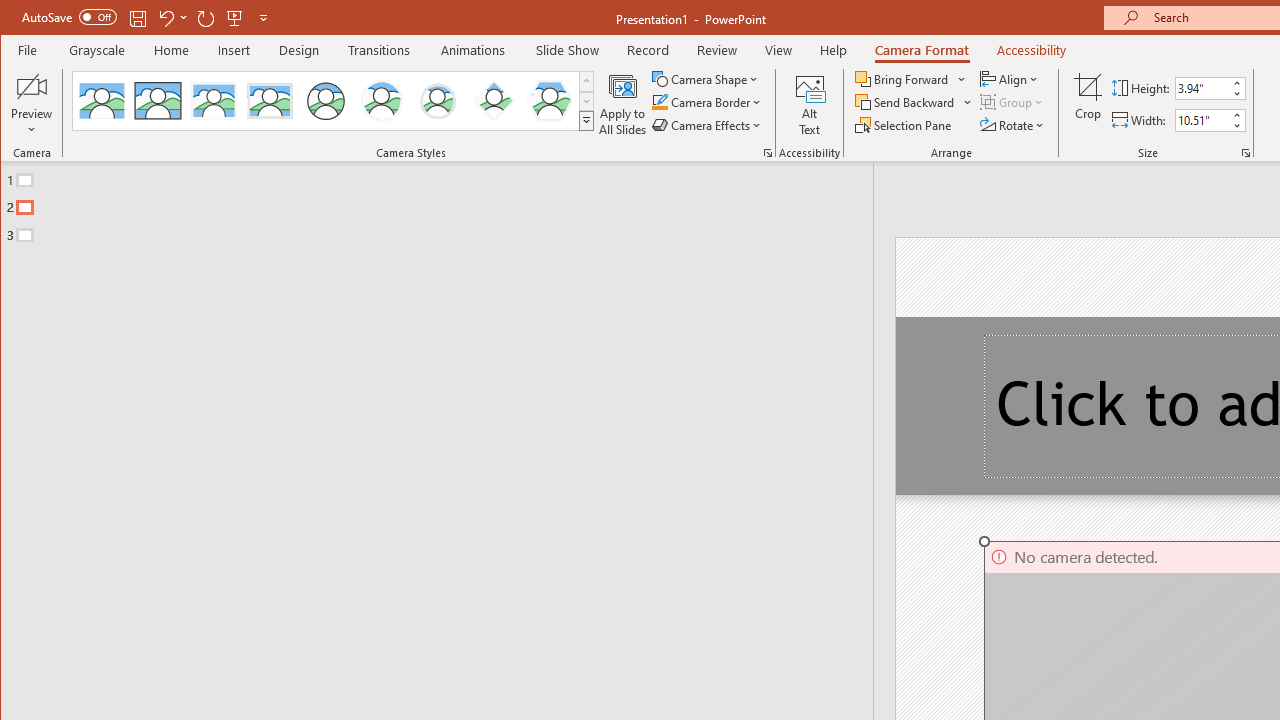 The image size is (1280, 720). Describe the element at coordinates (1013, 125) in the screenshot. I see `'Rotate'` at that location.